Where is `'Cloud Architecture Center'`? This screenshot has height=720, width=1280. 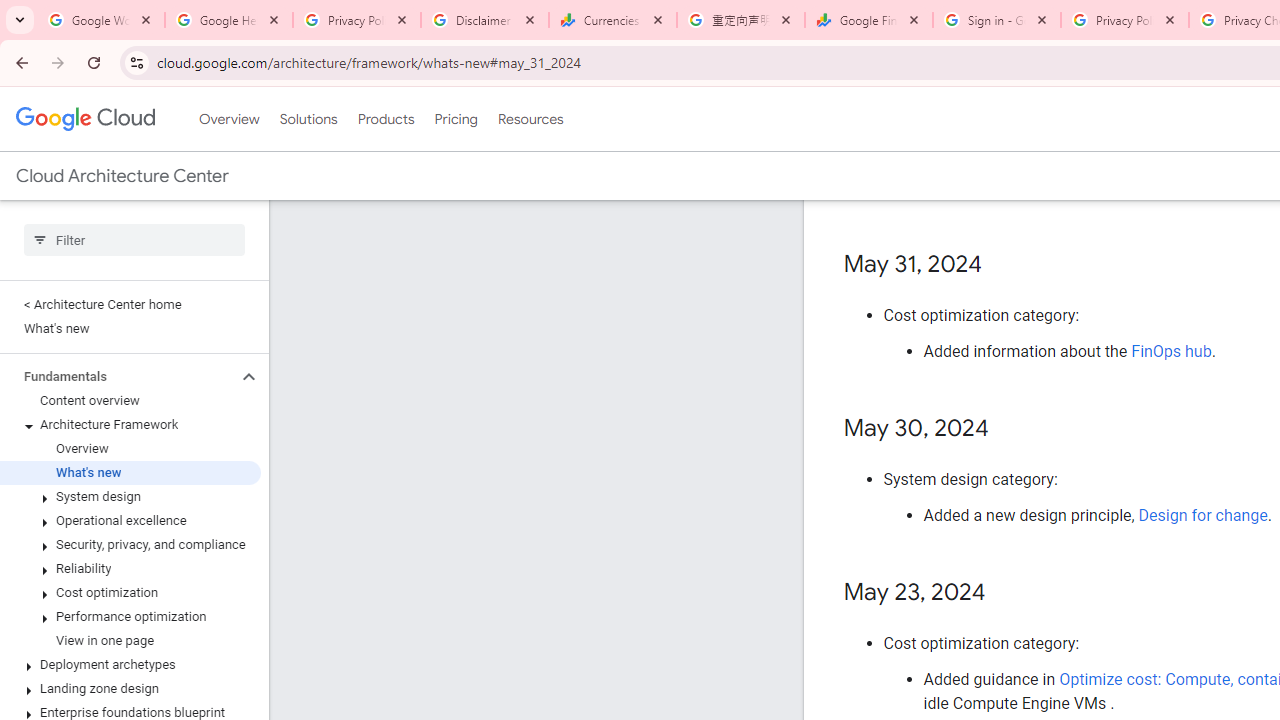 'Cloud Architecture Center' is located at coordinates (121, 175).